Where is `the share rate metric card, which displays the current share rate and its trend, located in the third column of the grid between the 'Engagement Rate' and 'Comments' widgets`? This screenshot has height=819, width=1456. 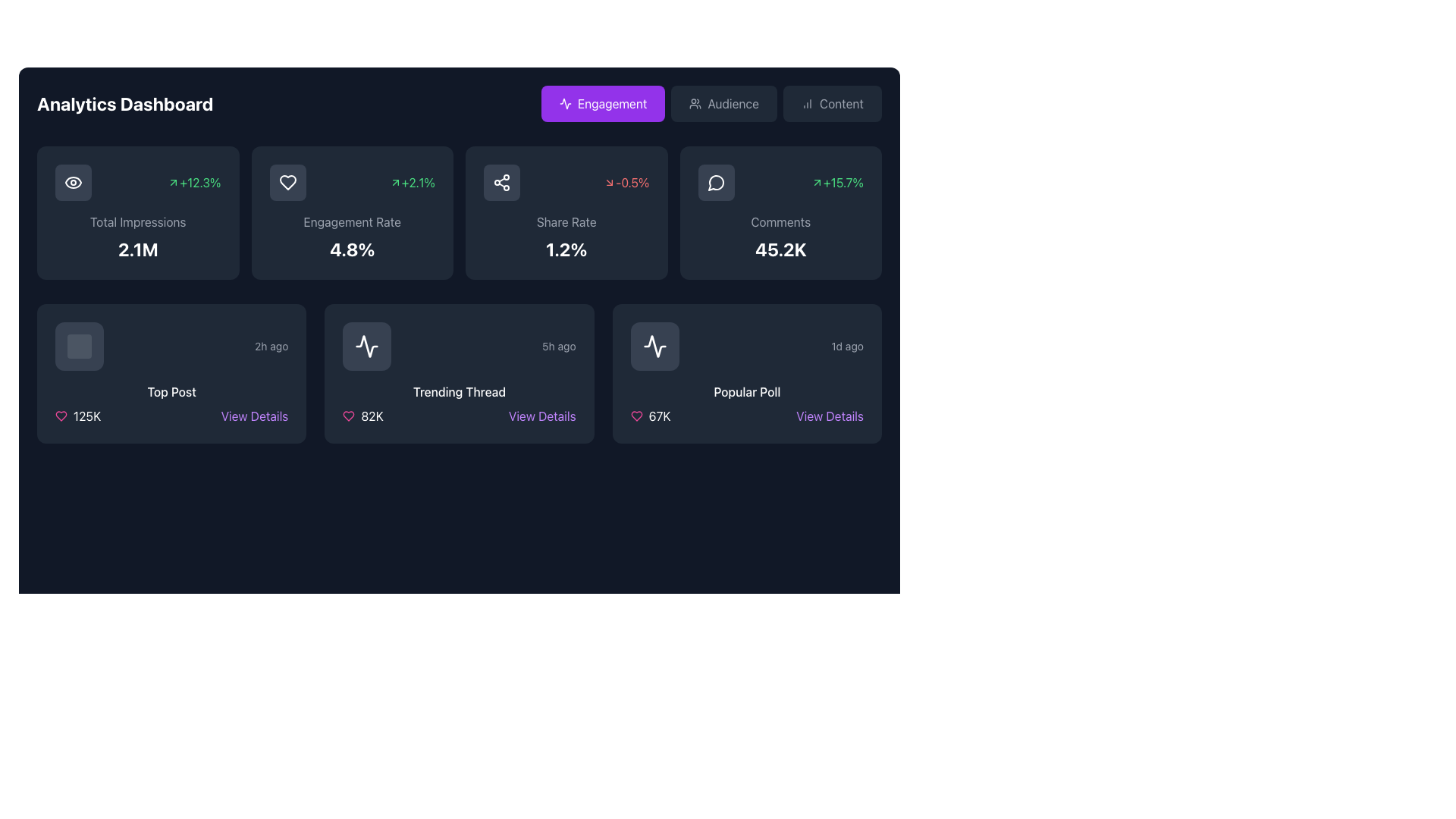 the share rate metric card, which displays the current share rate and its trend, located in the third column of the grid between the 'Engagement Rate' and 'Comments' widgets is located at coordinates (566, 213).